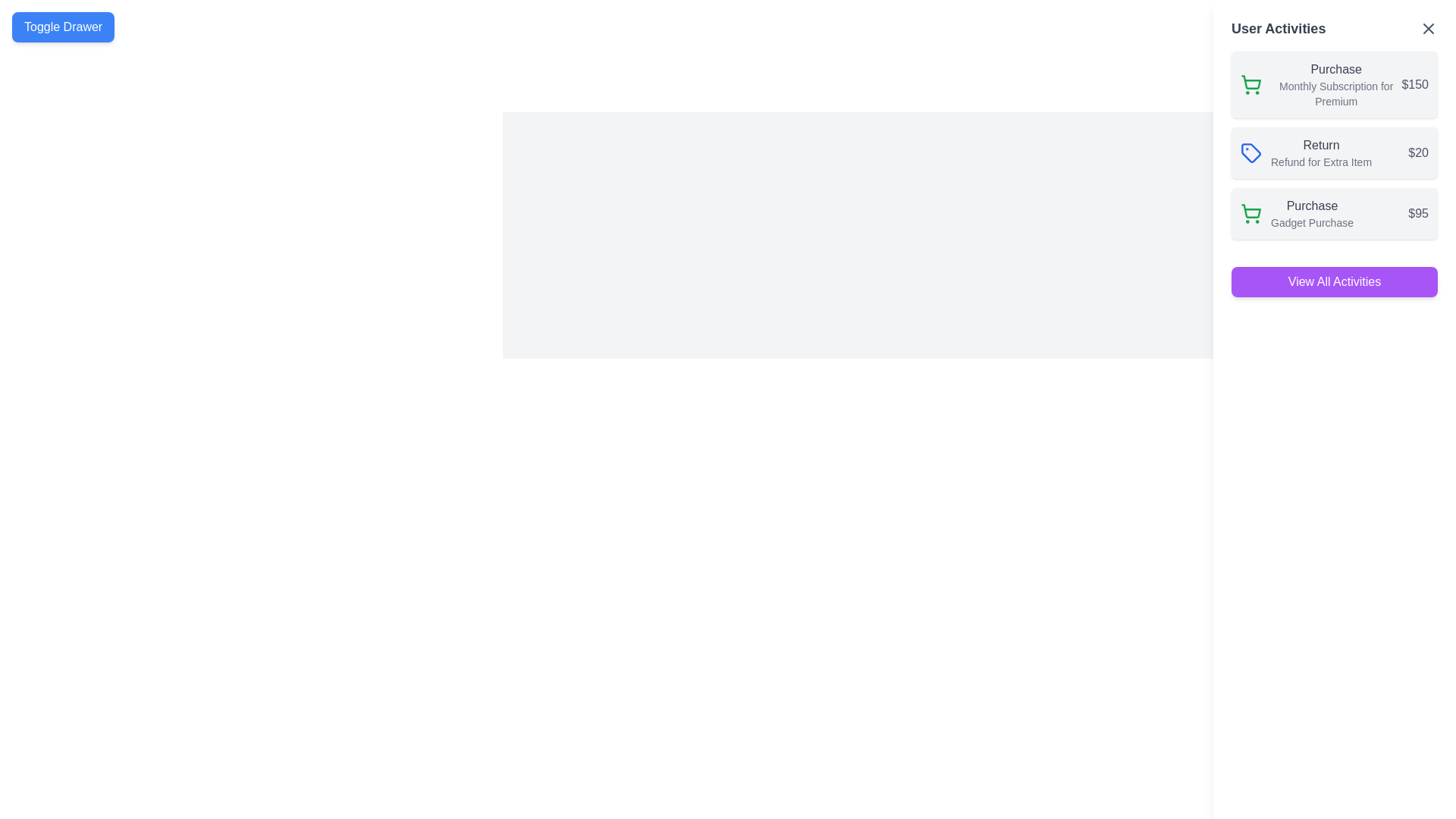 The height and width of the screenshot is (819, 1456). Describe the element at coordinates (1278, 29) in the screenshot. I see `the static text label header that reads 'User Activities', styled as large, bold, and slightly grayish text, located at the top of the right-side panel` at that location.